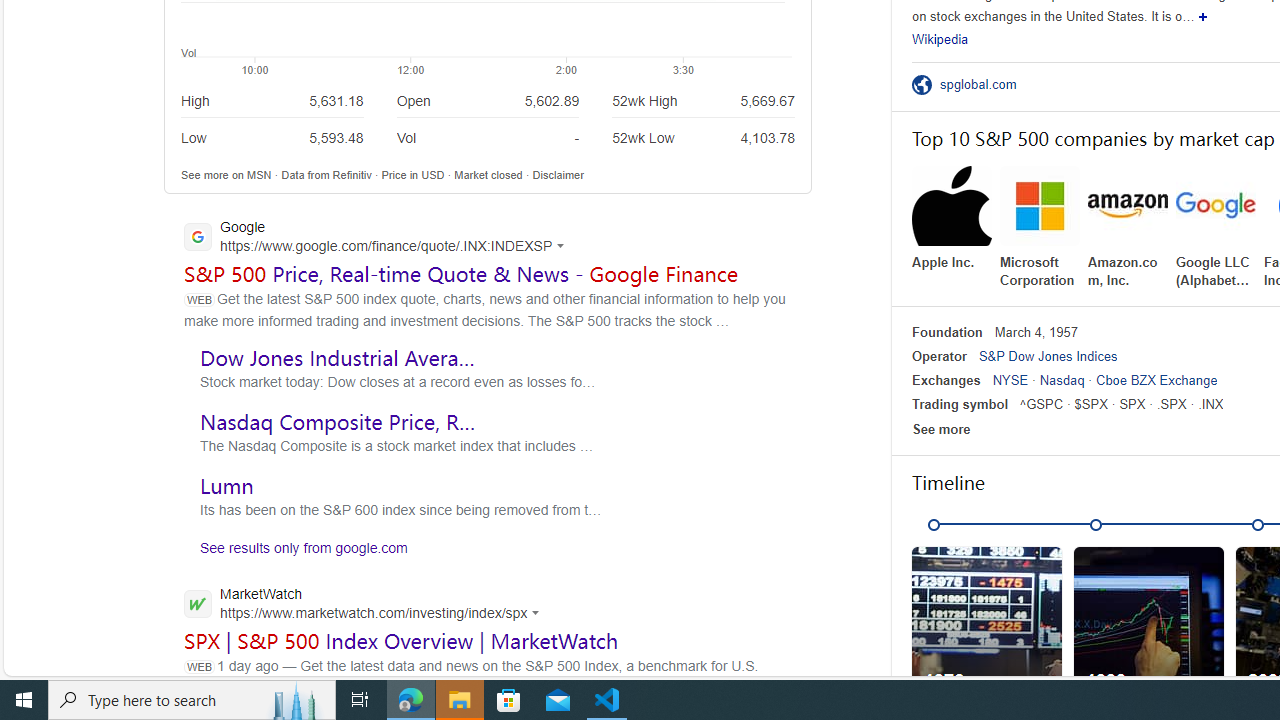  I want to click on 'See results only from google.com', so click(295, 552).